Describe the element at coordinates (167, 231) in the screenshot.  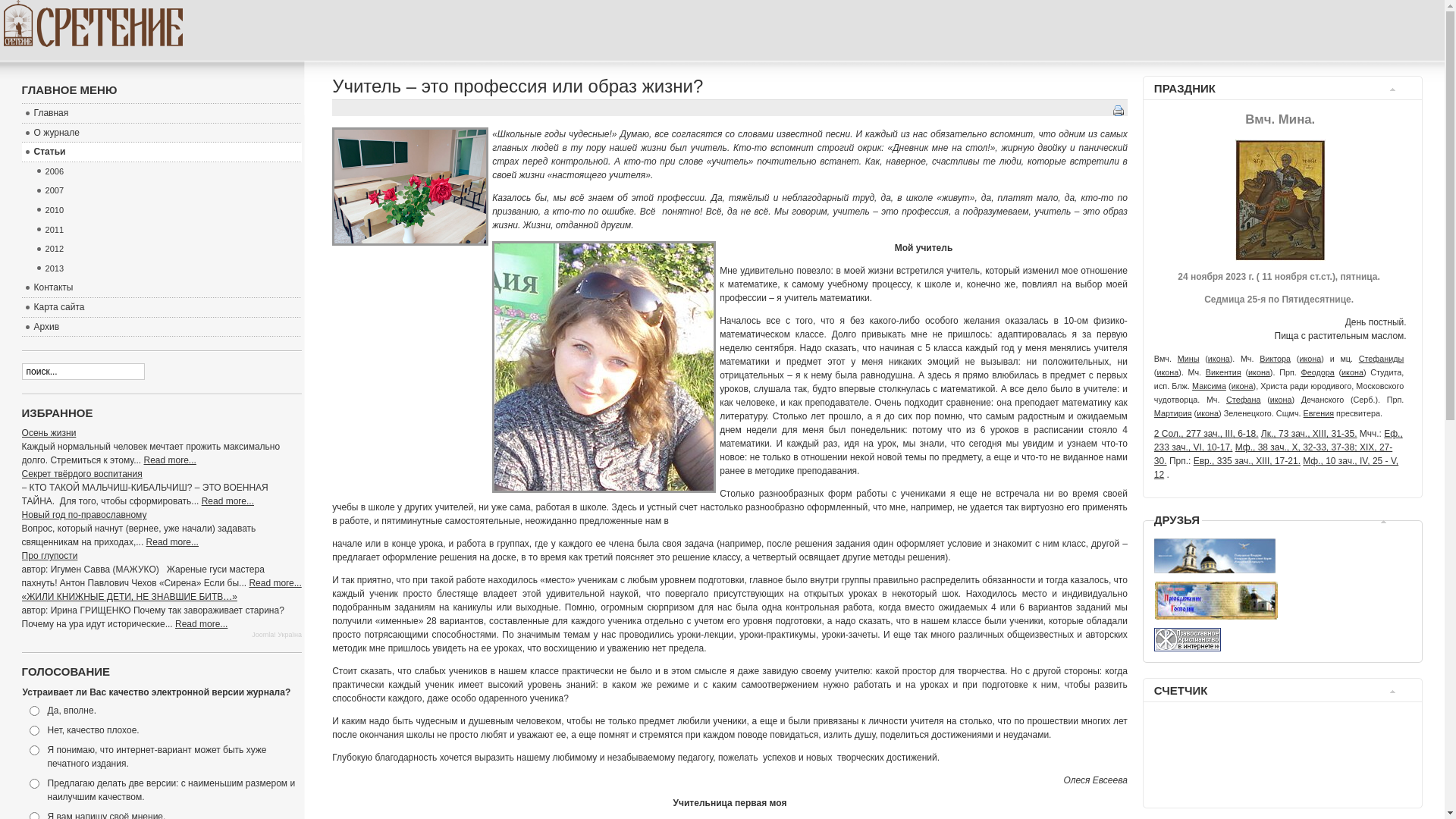
I see `'2011'` at that location.